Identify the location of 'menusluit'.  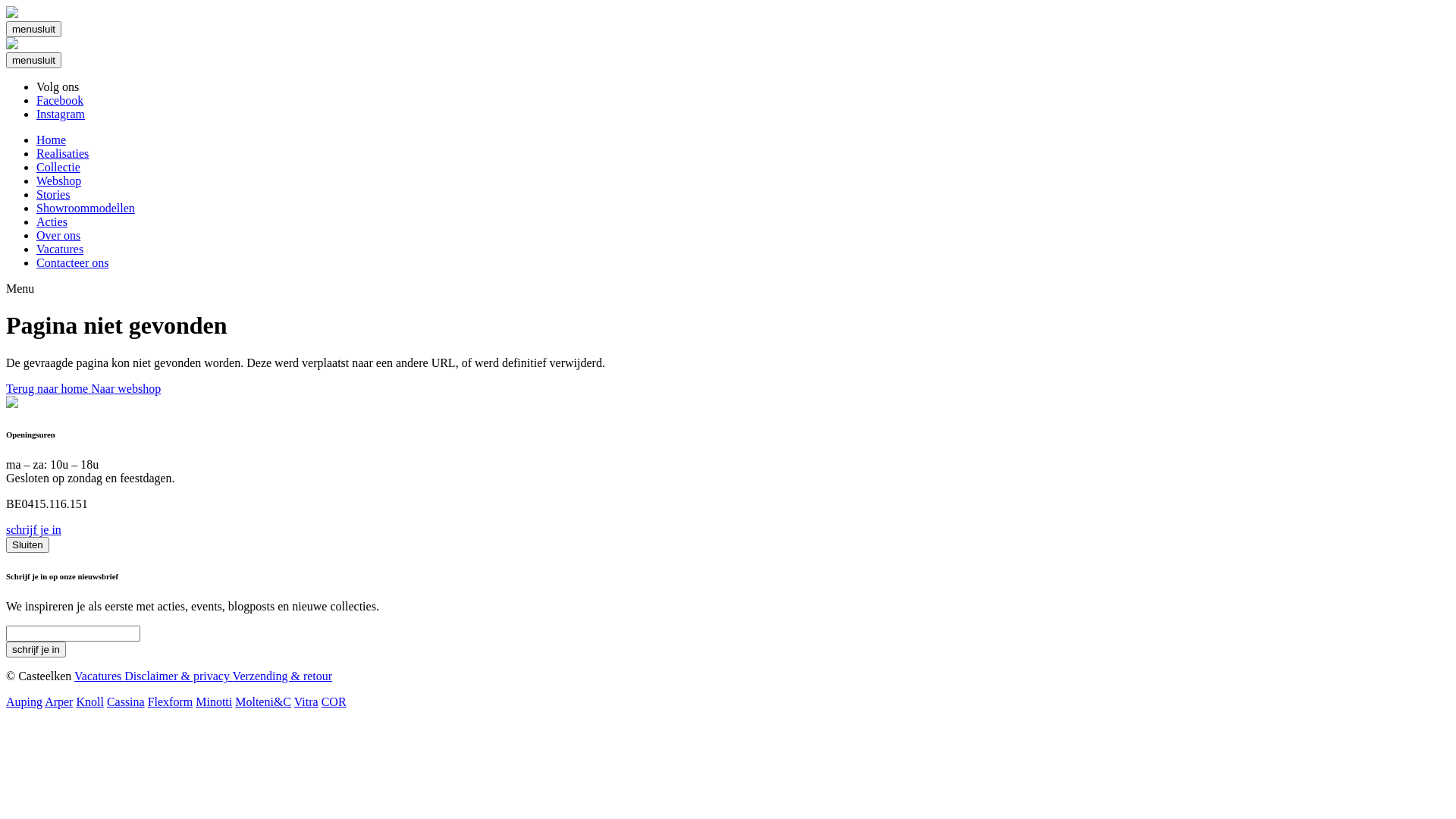
(33, 29).